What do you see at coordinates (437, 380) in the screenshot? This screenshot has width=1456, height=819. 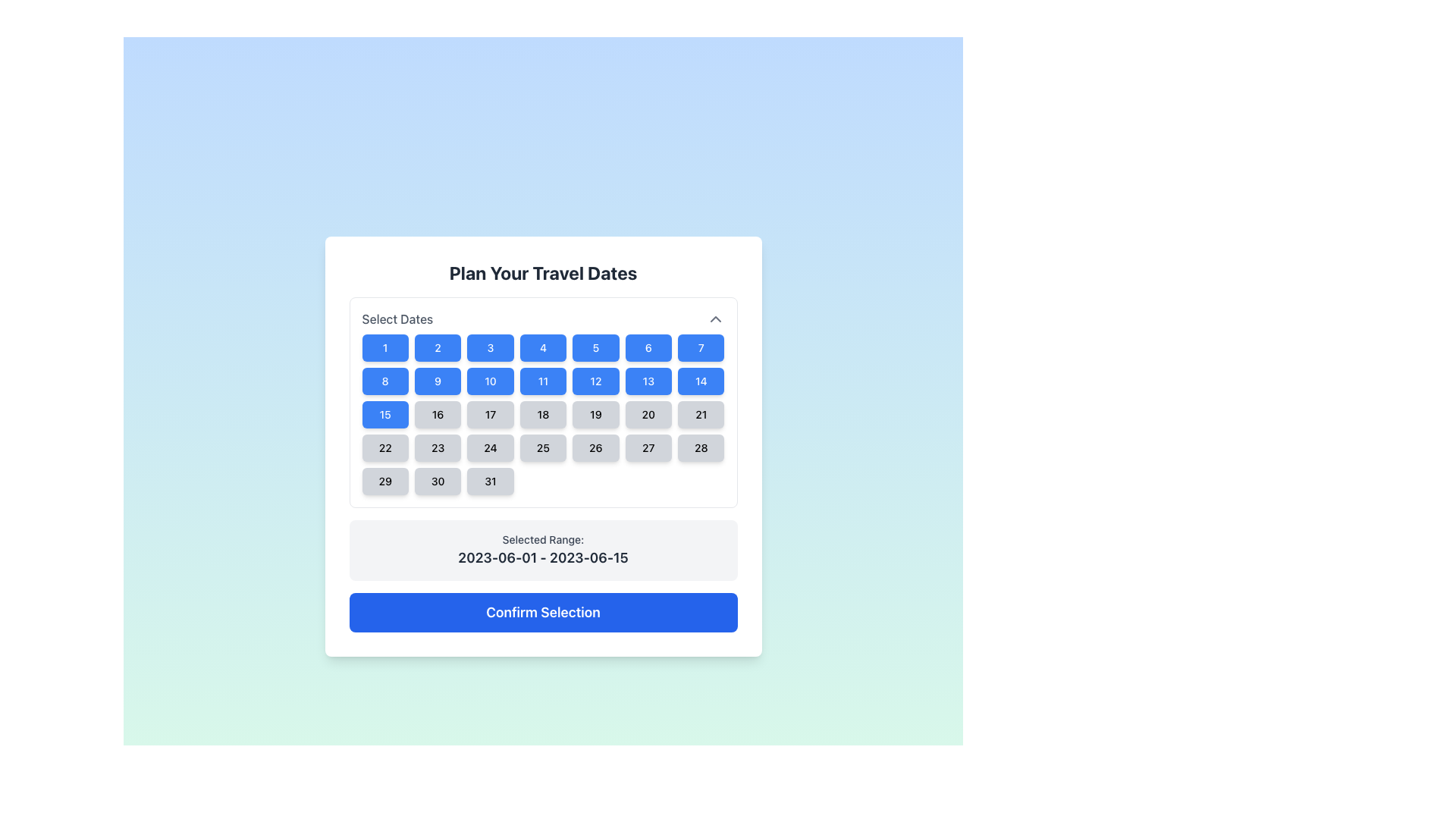 I see `the rounded rectangular button with a blue background and white text displaying the number '9' in the calendar grid layout` at bounding box center [437, 380].